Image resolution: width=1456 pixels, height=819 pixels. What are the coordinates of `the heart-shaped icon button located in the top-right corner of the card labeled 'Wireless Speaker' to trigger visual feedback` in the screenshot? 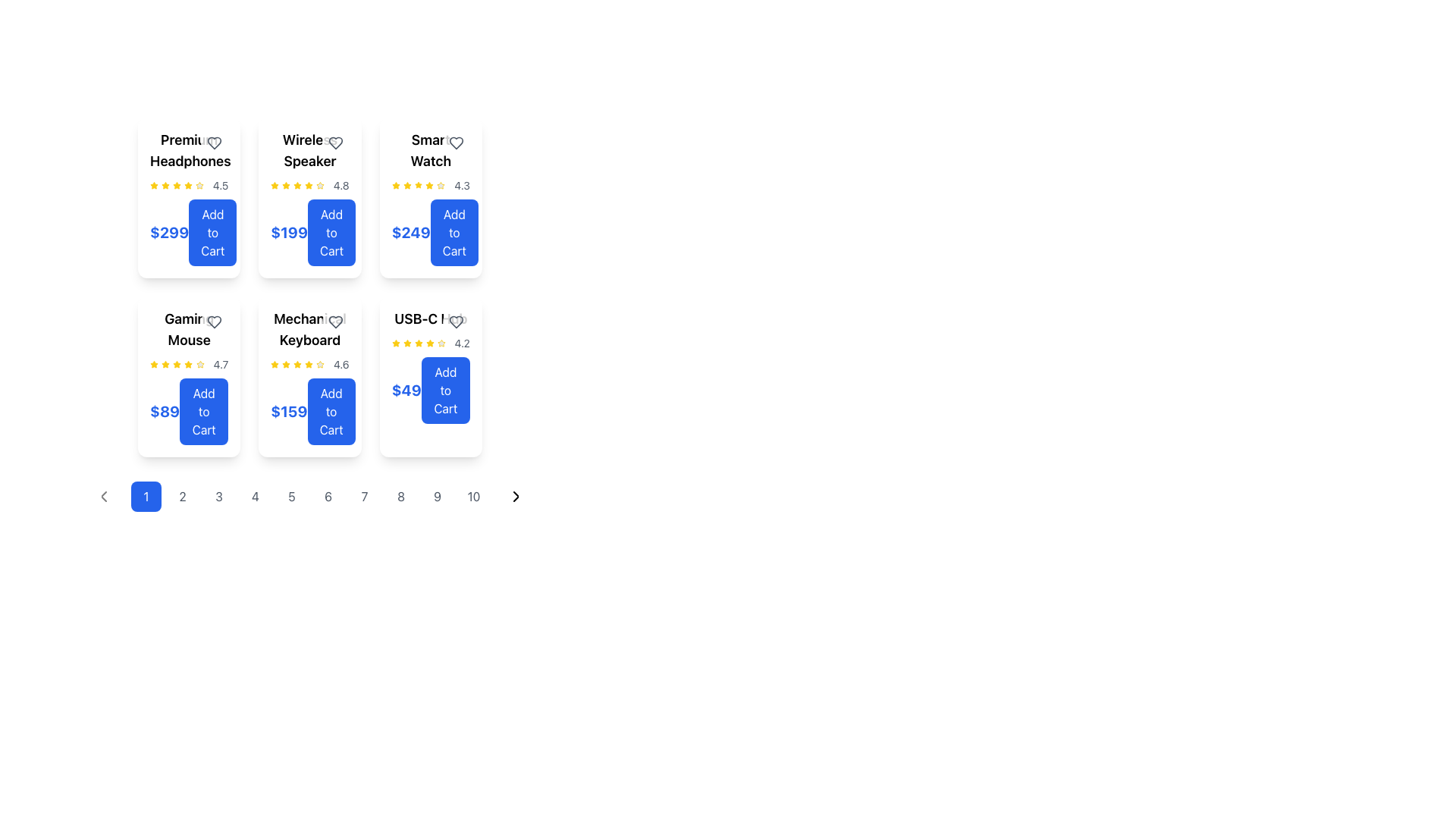 It's located at (334, 143).